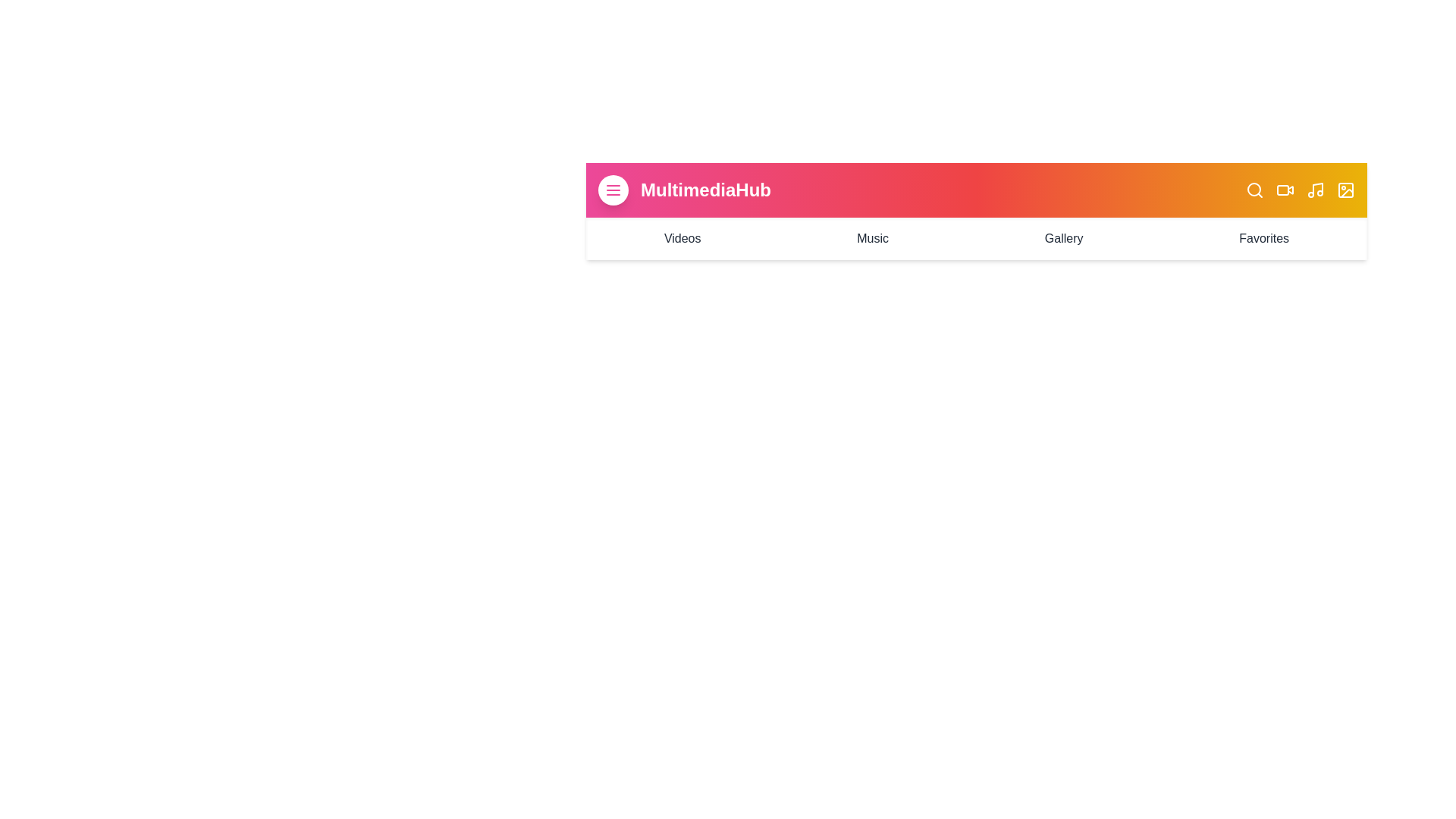 Image resolution: width=1456 pixels, height=819 pixels. Describe the element at coordinates (1062, 239) in the screenshot. I see `the navigation link labeled 'Gallery' to navigate to the respective section` at that location.